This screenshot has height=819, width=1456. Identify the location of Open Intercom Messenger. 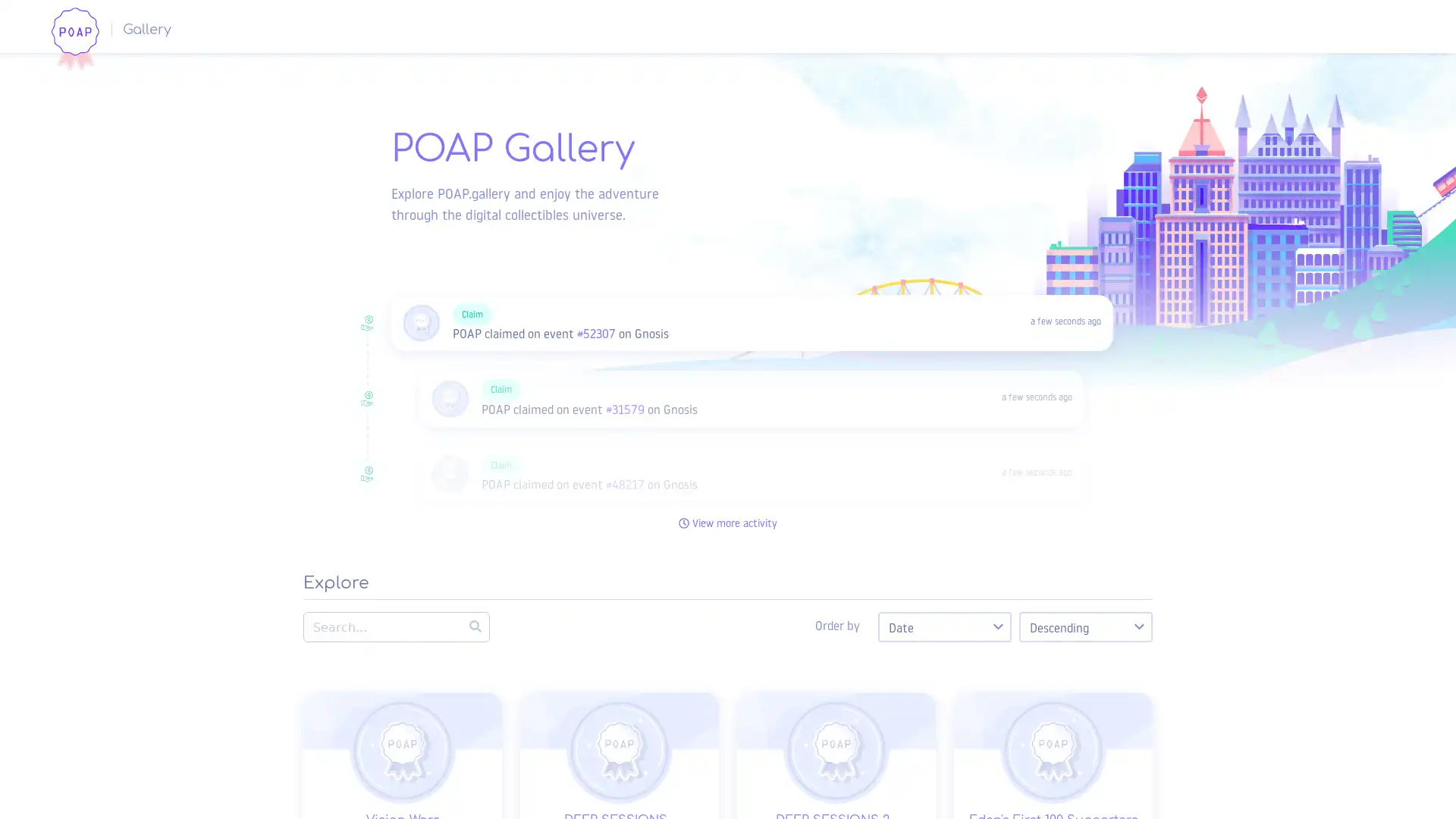
(1417, 780).